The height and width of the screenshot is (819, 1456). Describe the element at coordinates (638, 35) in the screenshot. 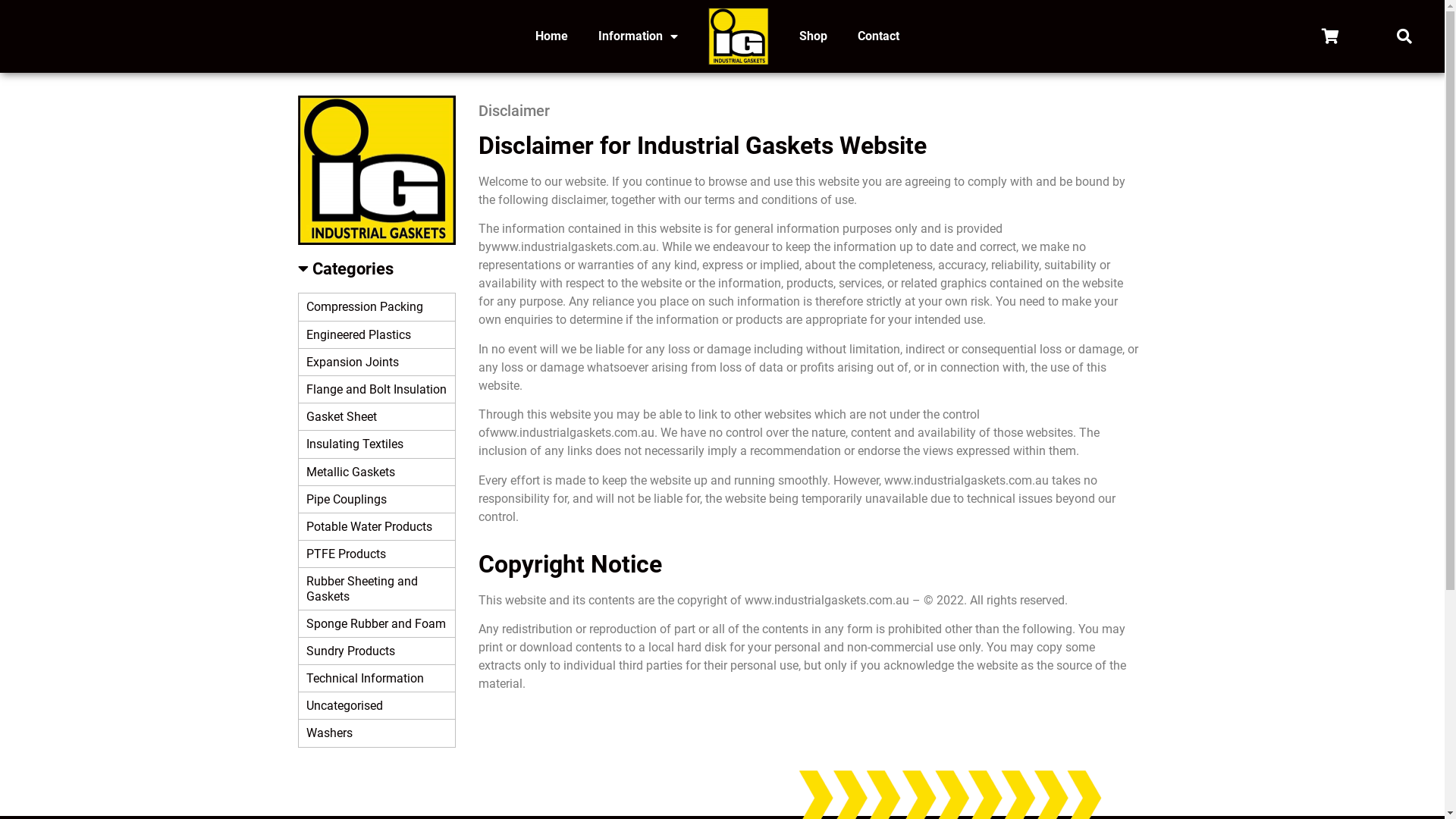

I see `'Information'` at that location.